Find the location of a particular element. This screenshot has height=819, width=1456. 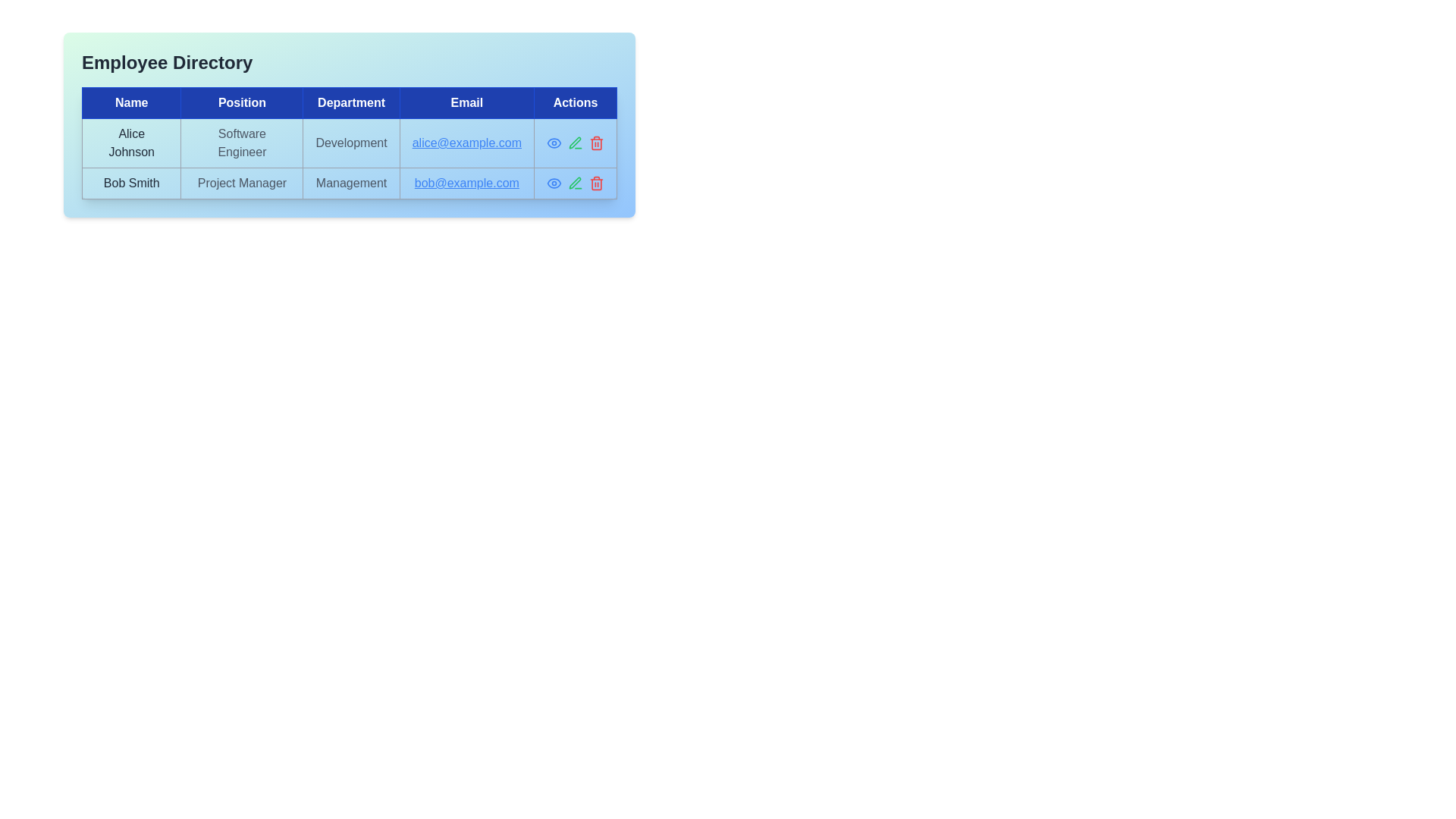

the static text element displaying 'Software Engineer' in the Employee Directory table, located in the second column of the first row for 'Alice Johnson' is located at coordinates (241, 143).